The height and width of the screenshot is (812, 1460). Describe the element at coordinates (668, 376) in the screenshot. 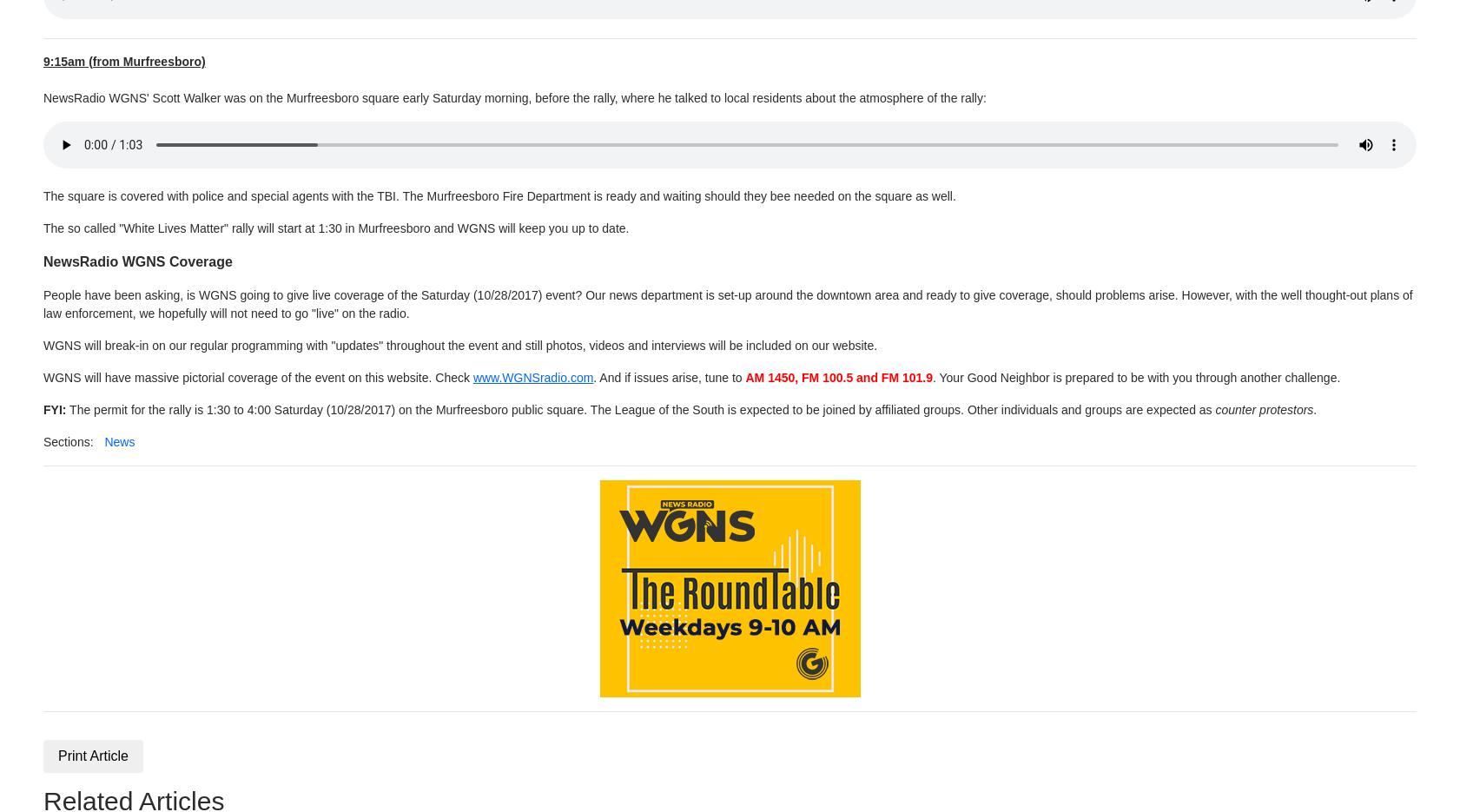

I see `'. And if issues arise, tune to'` at that location.